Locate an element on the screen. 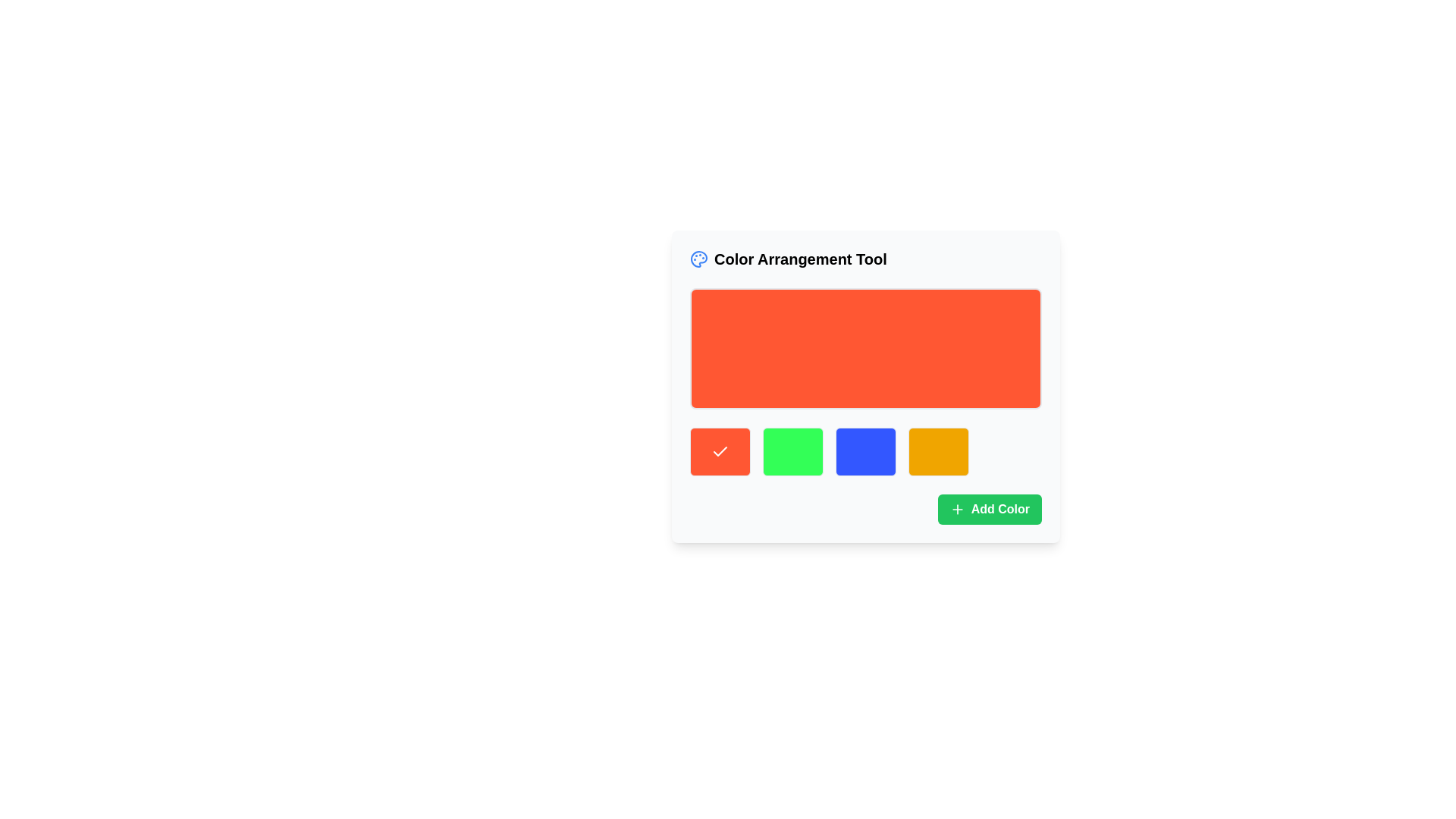  the blue button with rounded corners, which is the third button from the left in a row of five is located at coordinates (866, 451).